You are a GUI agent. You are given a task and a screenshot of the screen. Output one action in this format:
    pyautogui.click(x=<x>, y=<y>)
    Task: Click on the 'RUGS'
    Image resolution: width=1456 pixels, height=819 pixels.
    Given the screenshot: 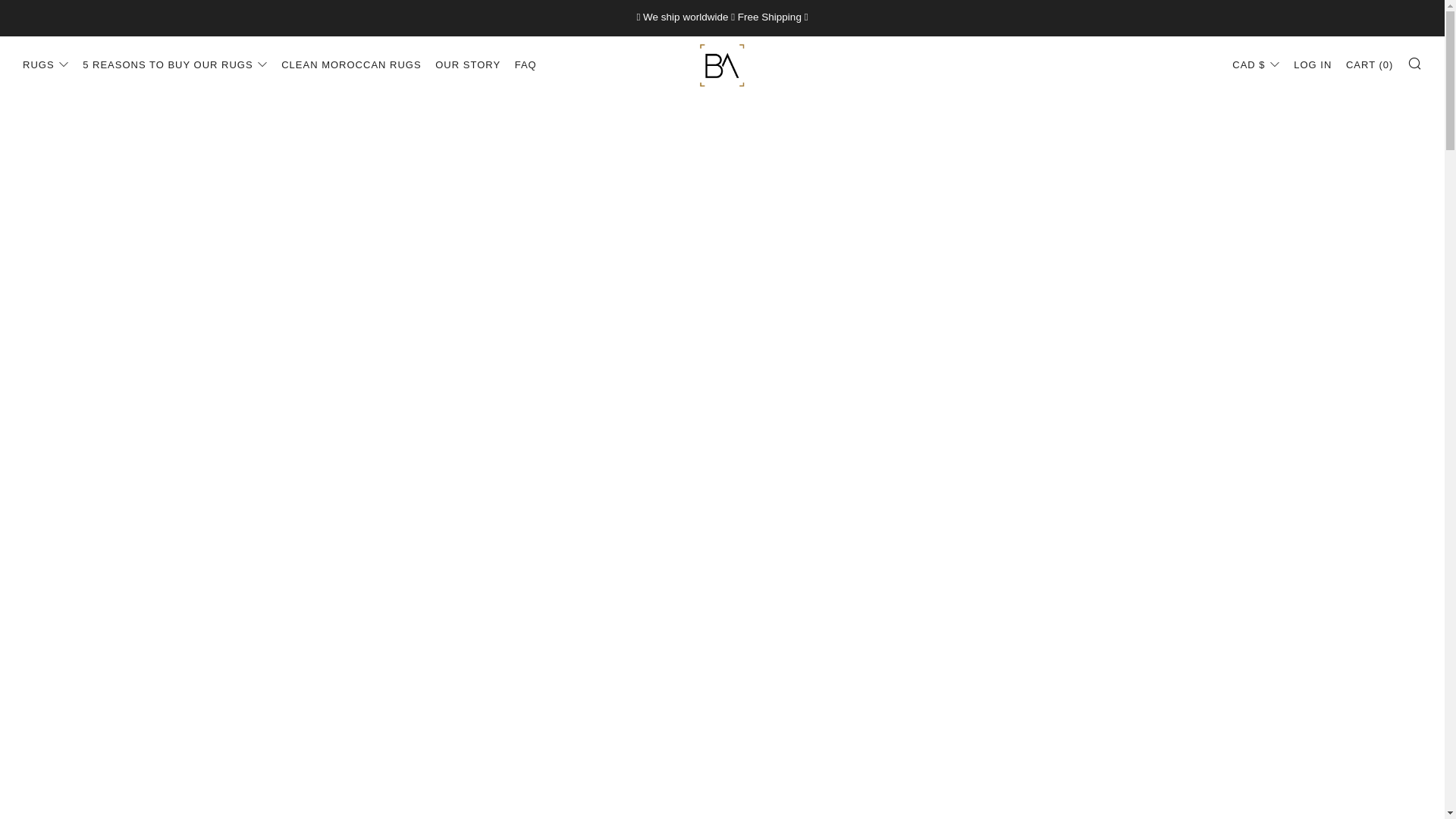 What is the action you would take?
    pyautogui.click(x=22, y=64)
    